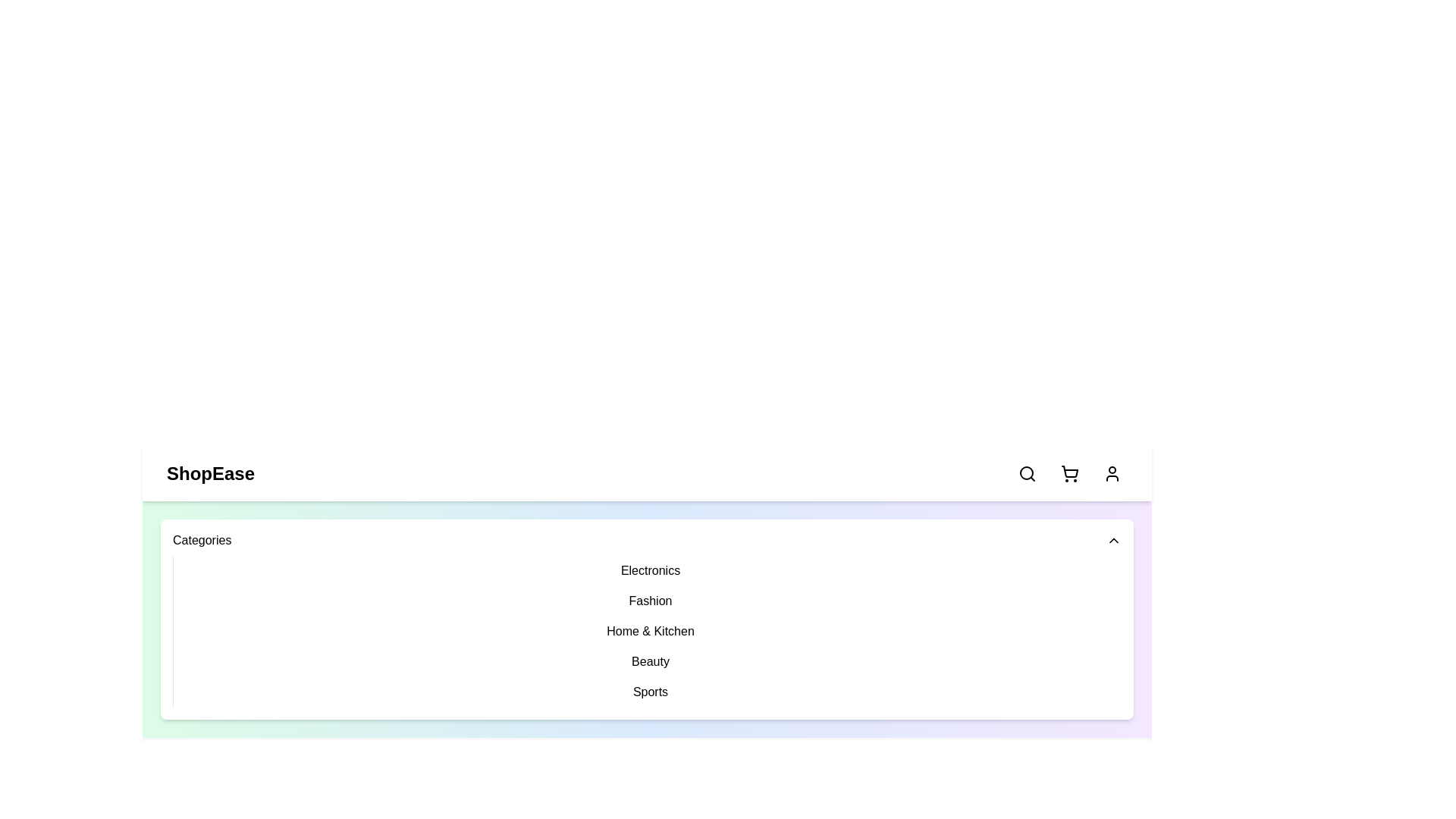 Image resolution: width=1456 pixels, height=819 pixels. Describe the element at coordinates (1069, 472) in the screenshot. I see `the shopping cart button located at the top-right corner of the interface` at that location.